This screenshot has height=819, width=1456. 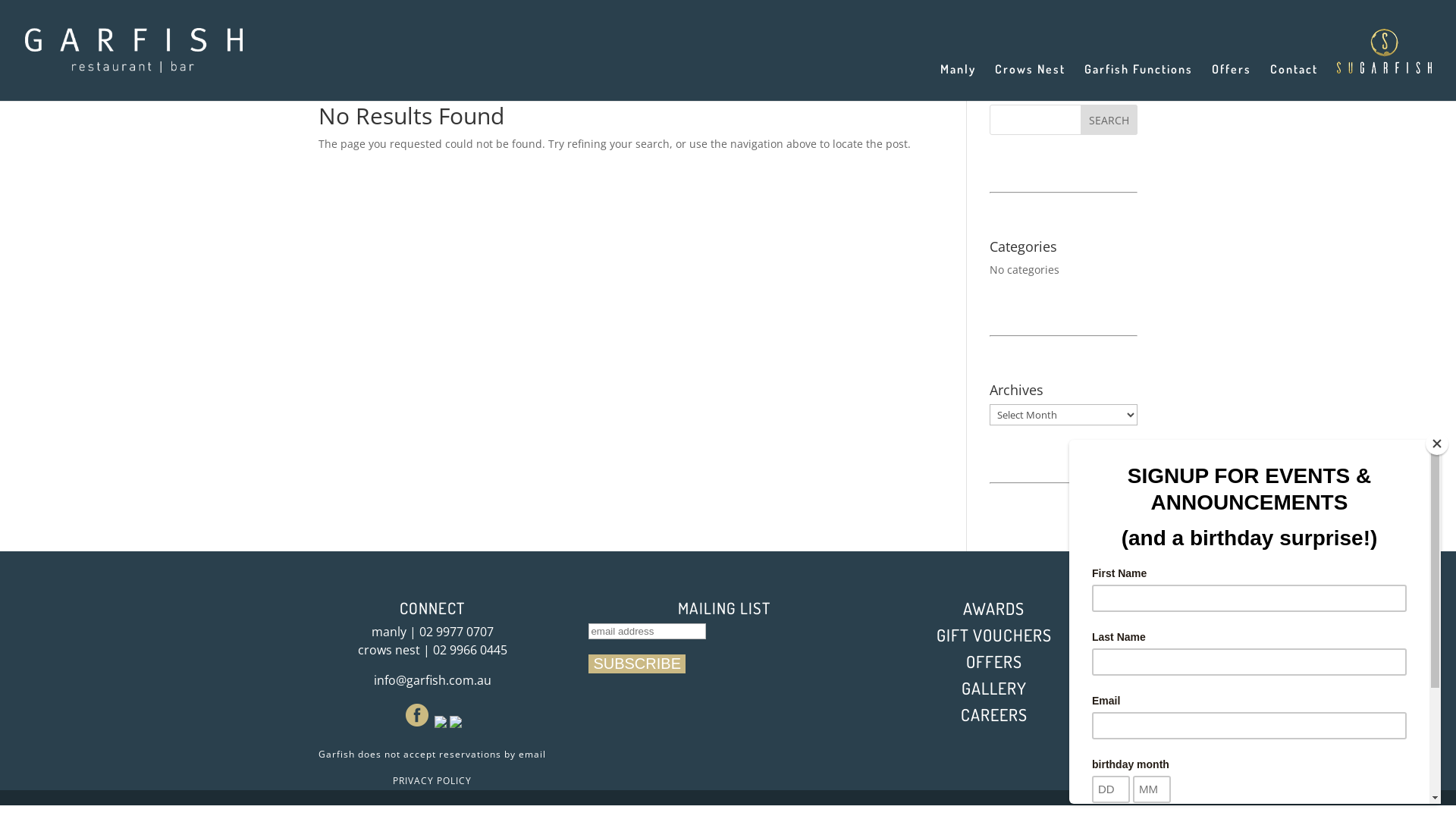 I want to click on 'Subscribe', so click(x=637, y=663).